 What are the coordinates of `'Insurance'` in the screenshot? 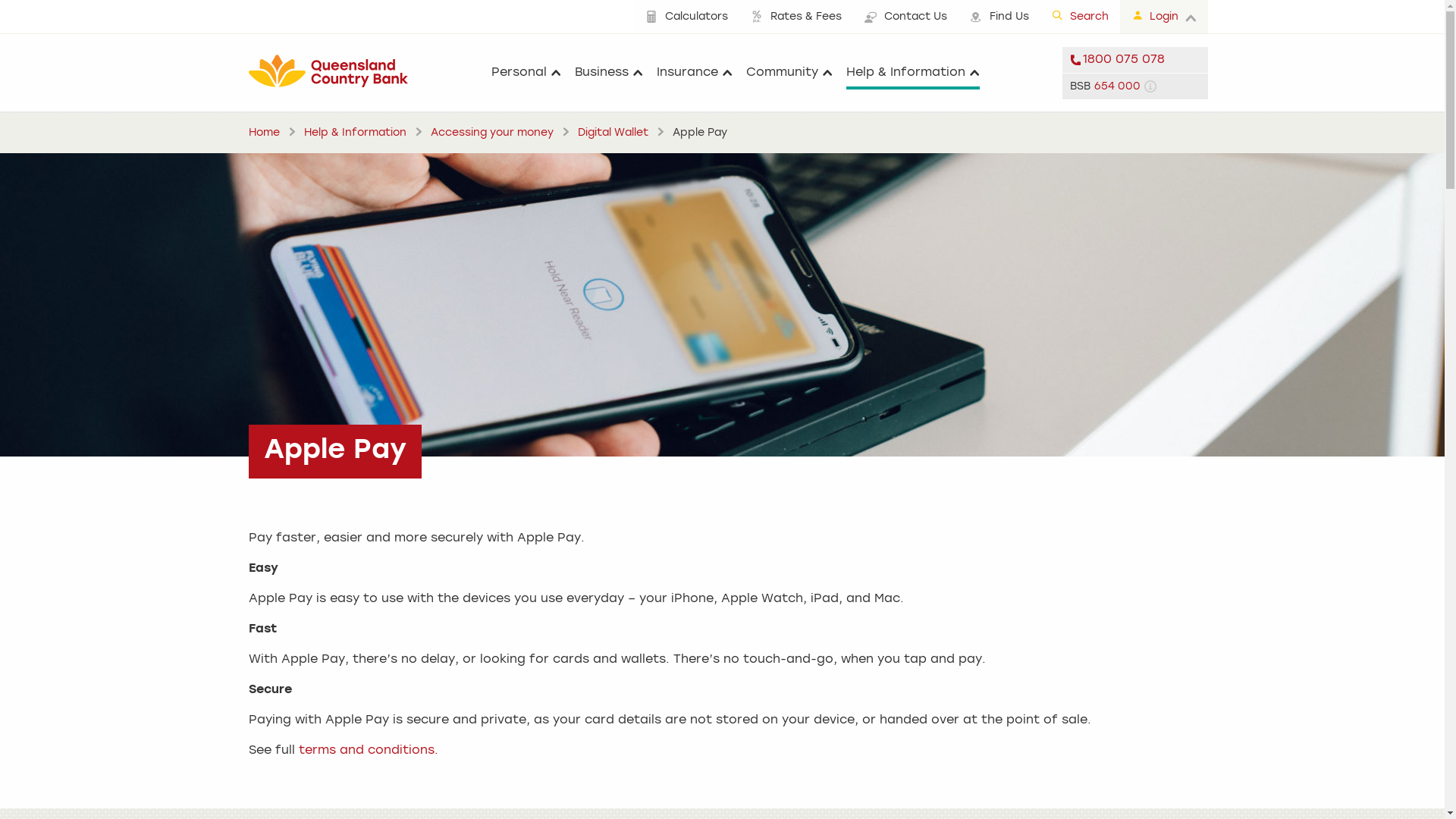 It's located at (694, 73).